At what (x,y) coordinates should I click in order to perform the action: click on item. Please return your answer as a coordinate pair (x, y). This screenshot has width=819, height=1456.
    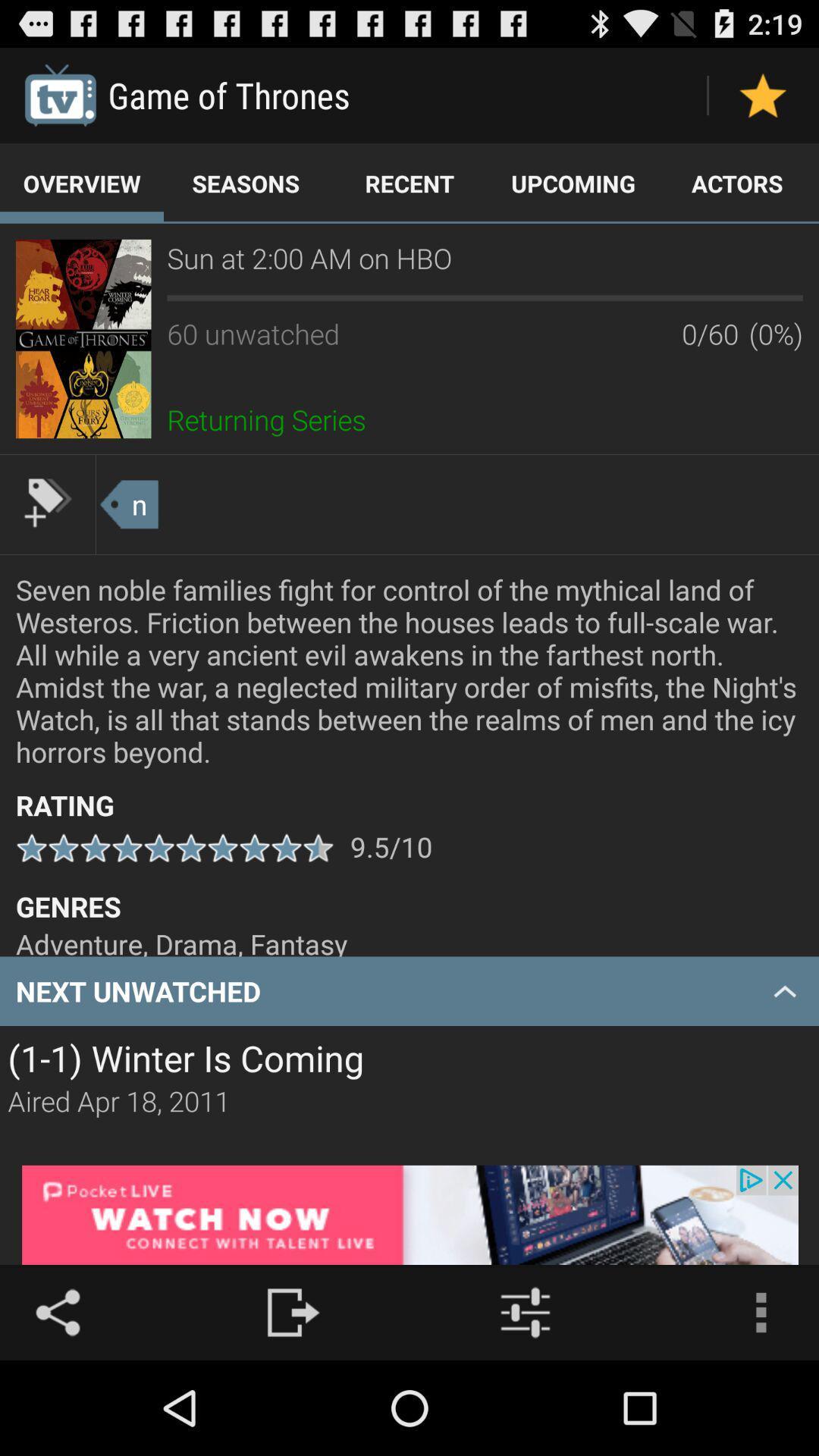
    Looking at the image, I should click on (46, 502).